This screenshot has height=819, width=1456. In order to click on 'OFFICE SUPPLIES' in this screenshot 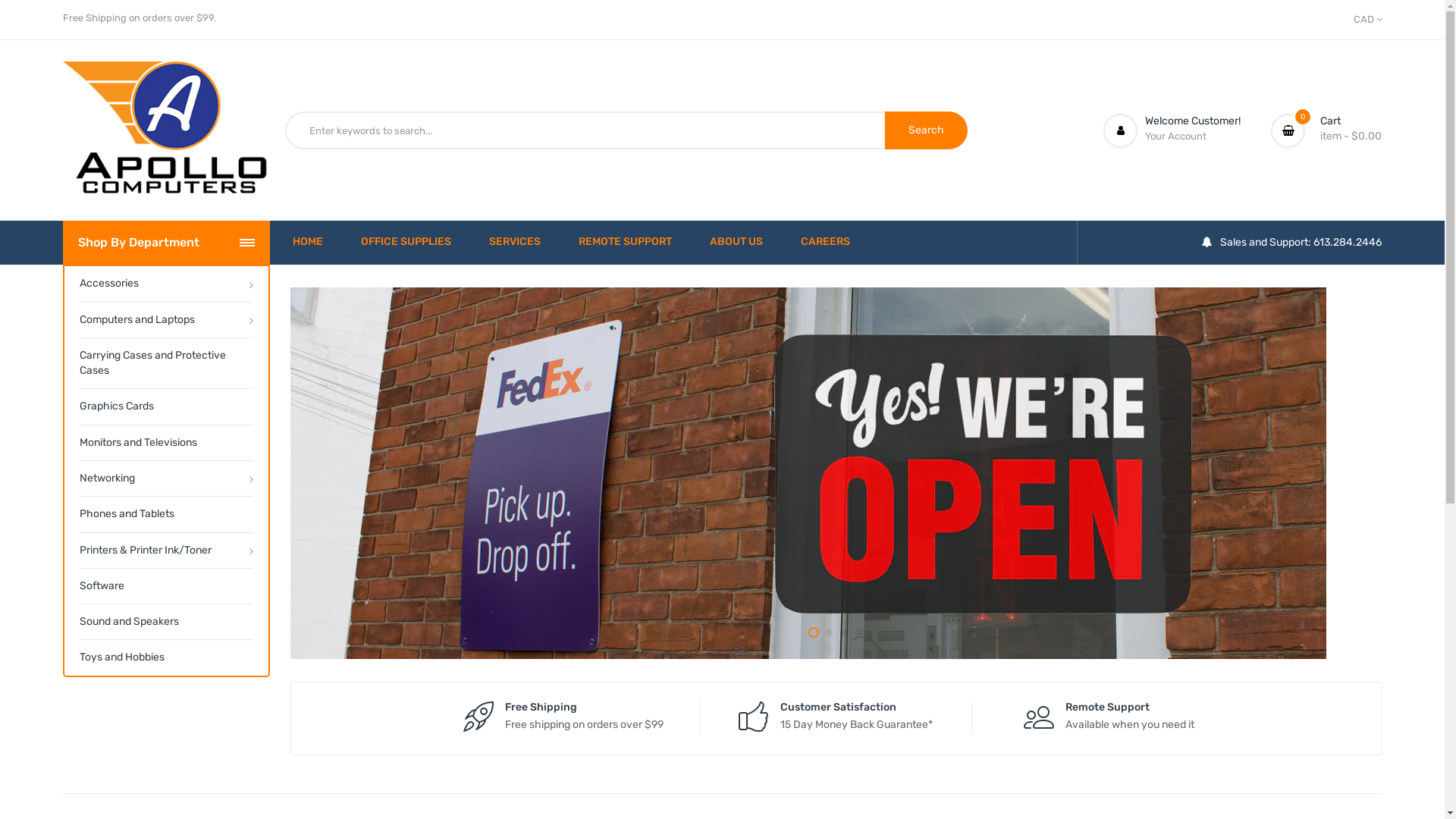, I will do `click(406, 241)`.